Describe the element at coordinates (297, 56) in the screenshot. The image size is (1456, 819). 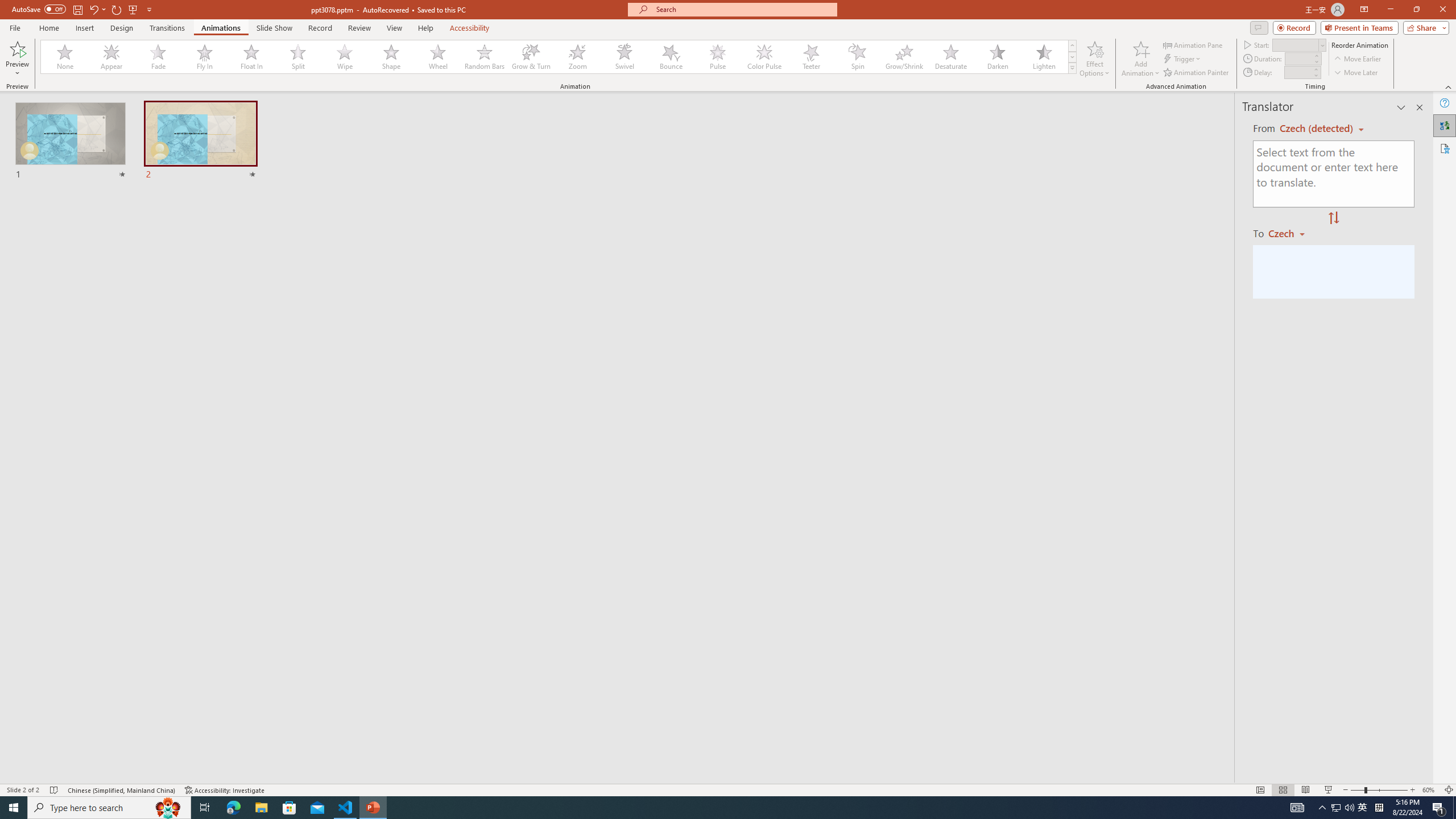
I see `'Split'` at that location.